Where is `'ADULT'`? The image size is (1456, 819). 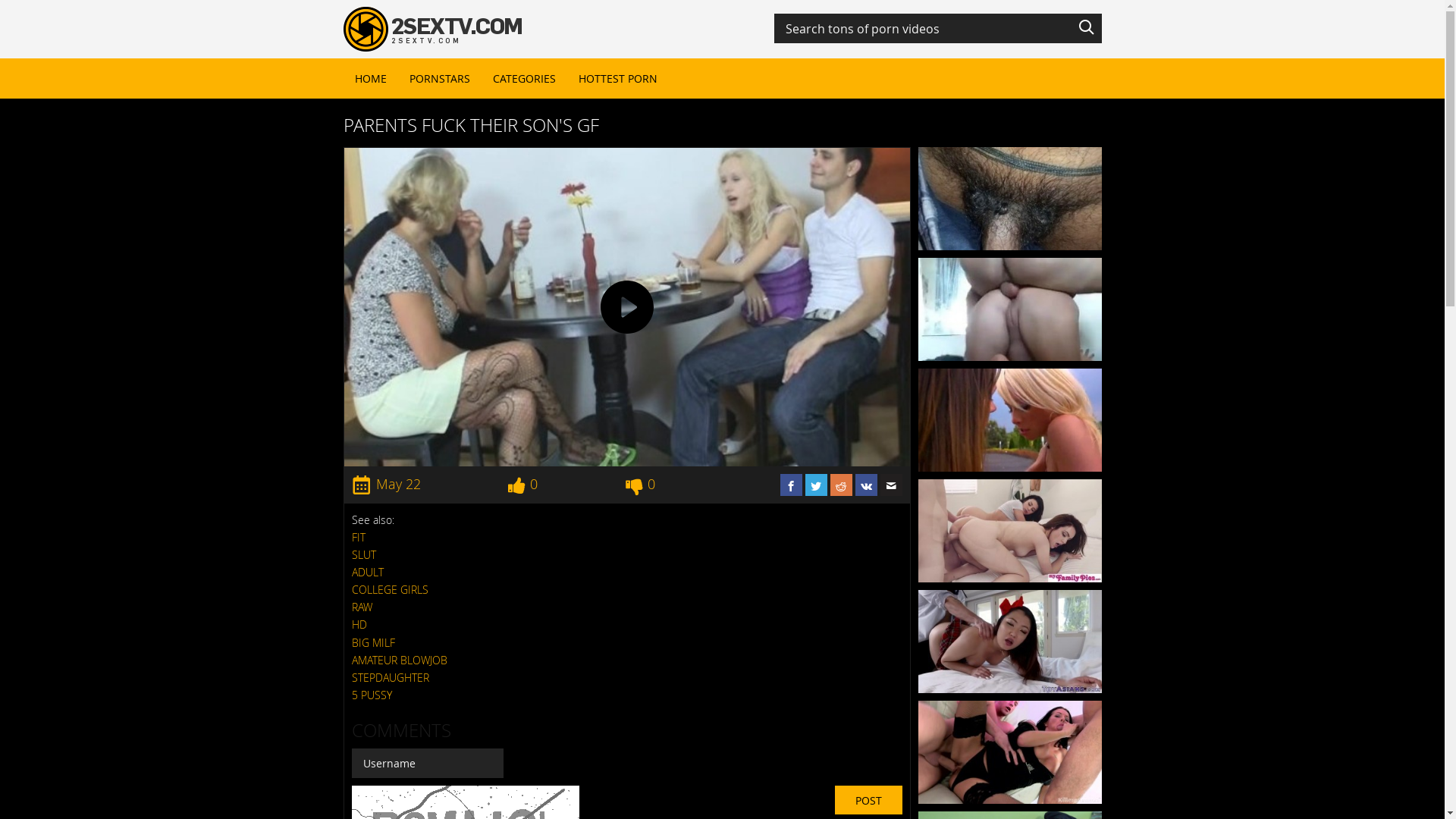
'ADULT' is located at coordinates (367, 572).